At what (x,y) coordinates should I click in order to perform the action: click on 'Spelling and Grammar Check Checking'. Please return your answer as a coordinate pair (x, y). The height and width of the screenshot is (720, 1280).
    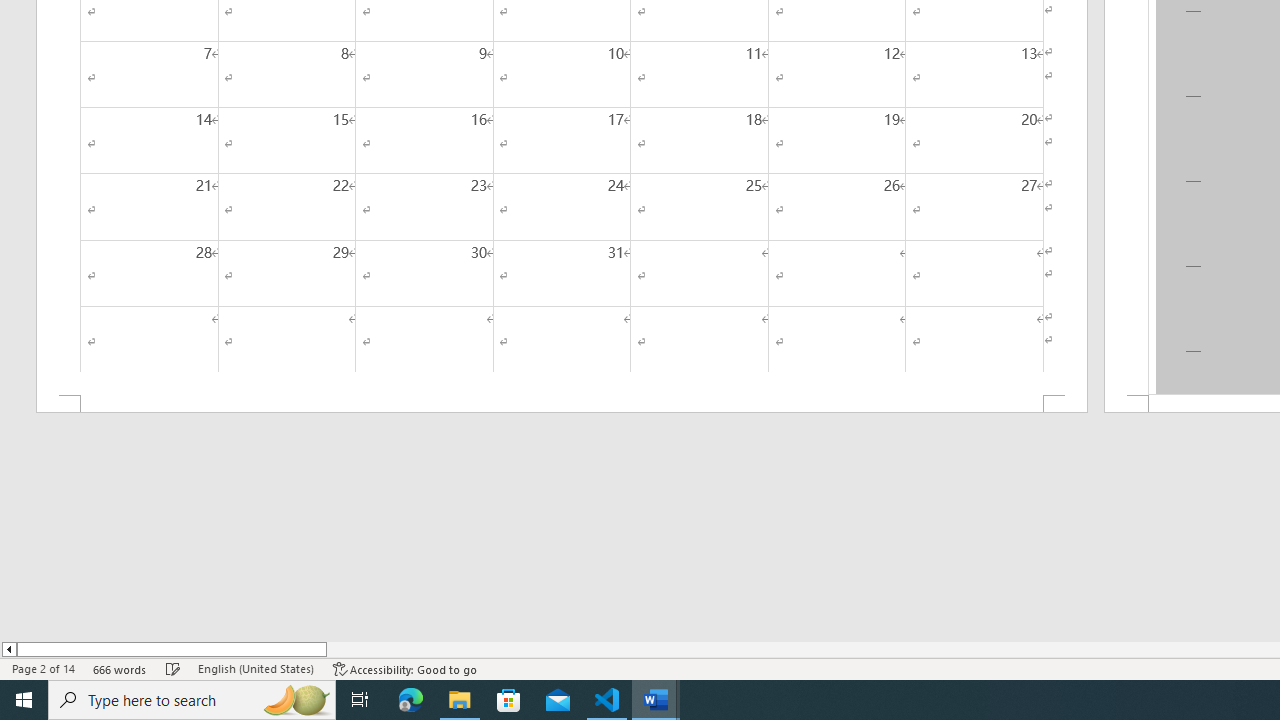
    Looking at the image, I should click on (173, 669).